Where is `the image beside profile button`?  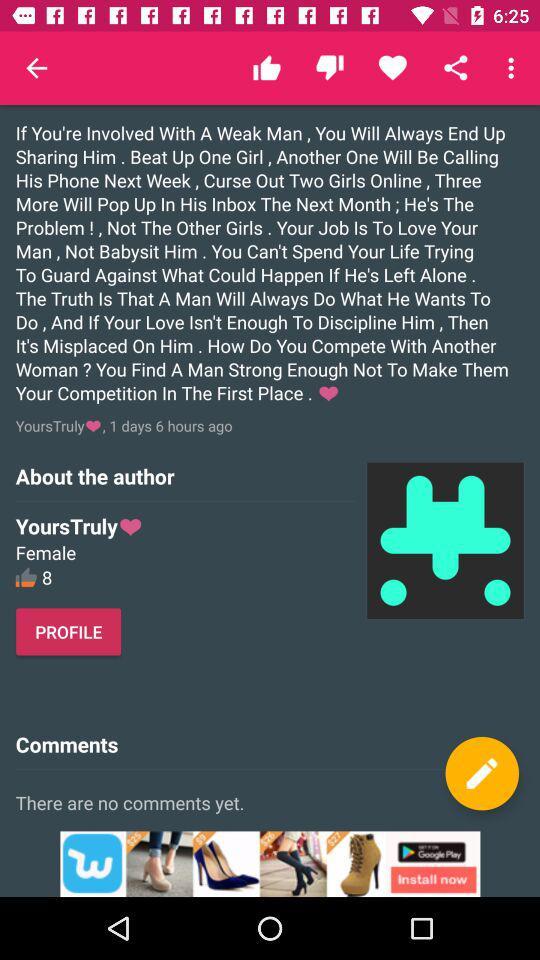 the image beside profile button is located at coordinates (445, 539).